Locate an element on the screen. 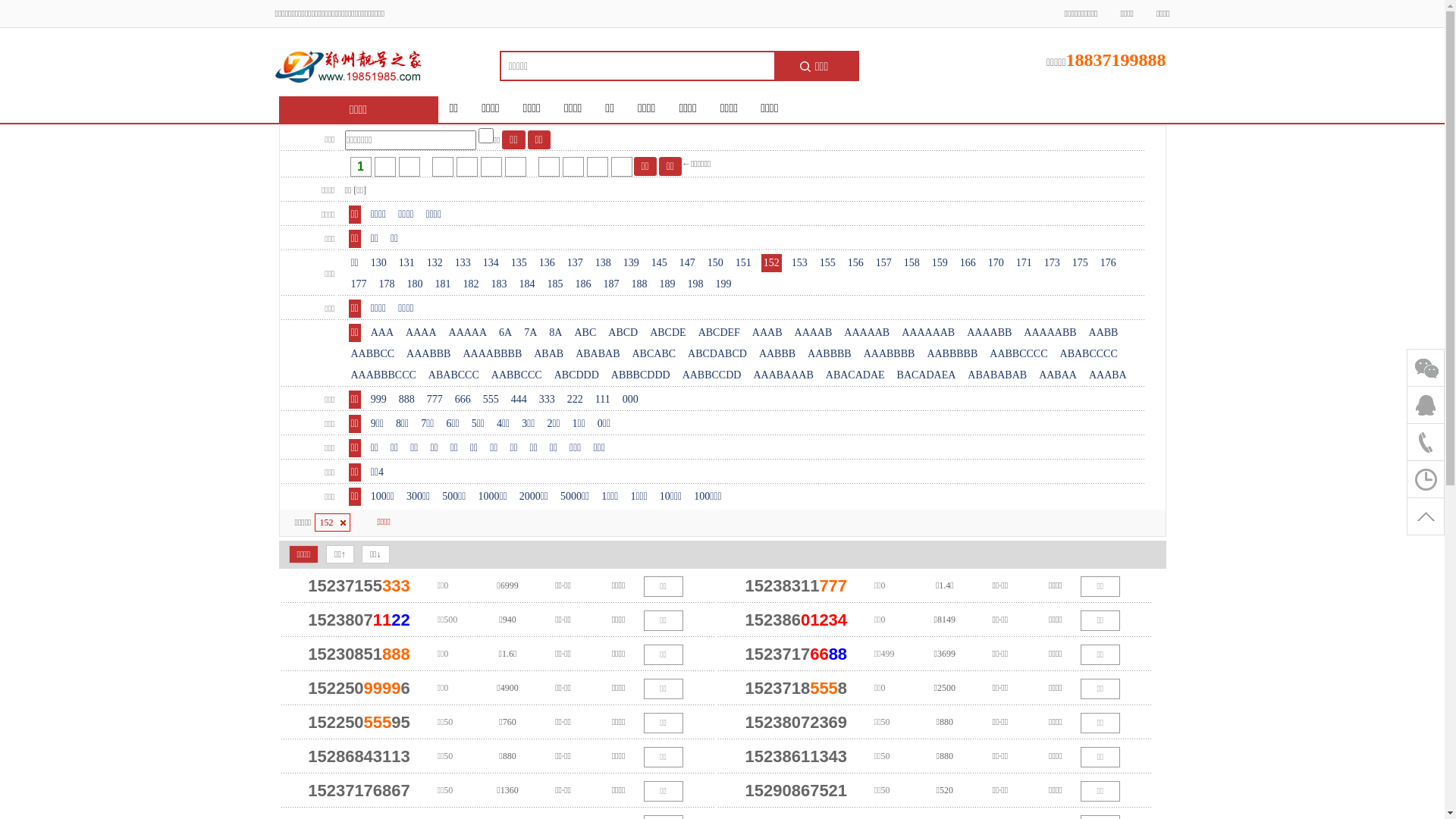  '138' is located at coordinates (602, 262).